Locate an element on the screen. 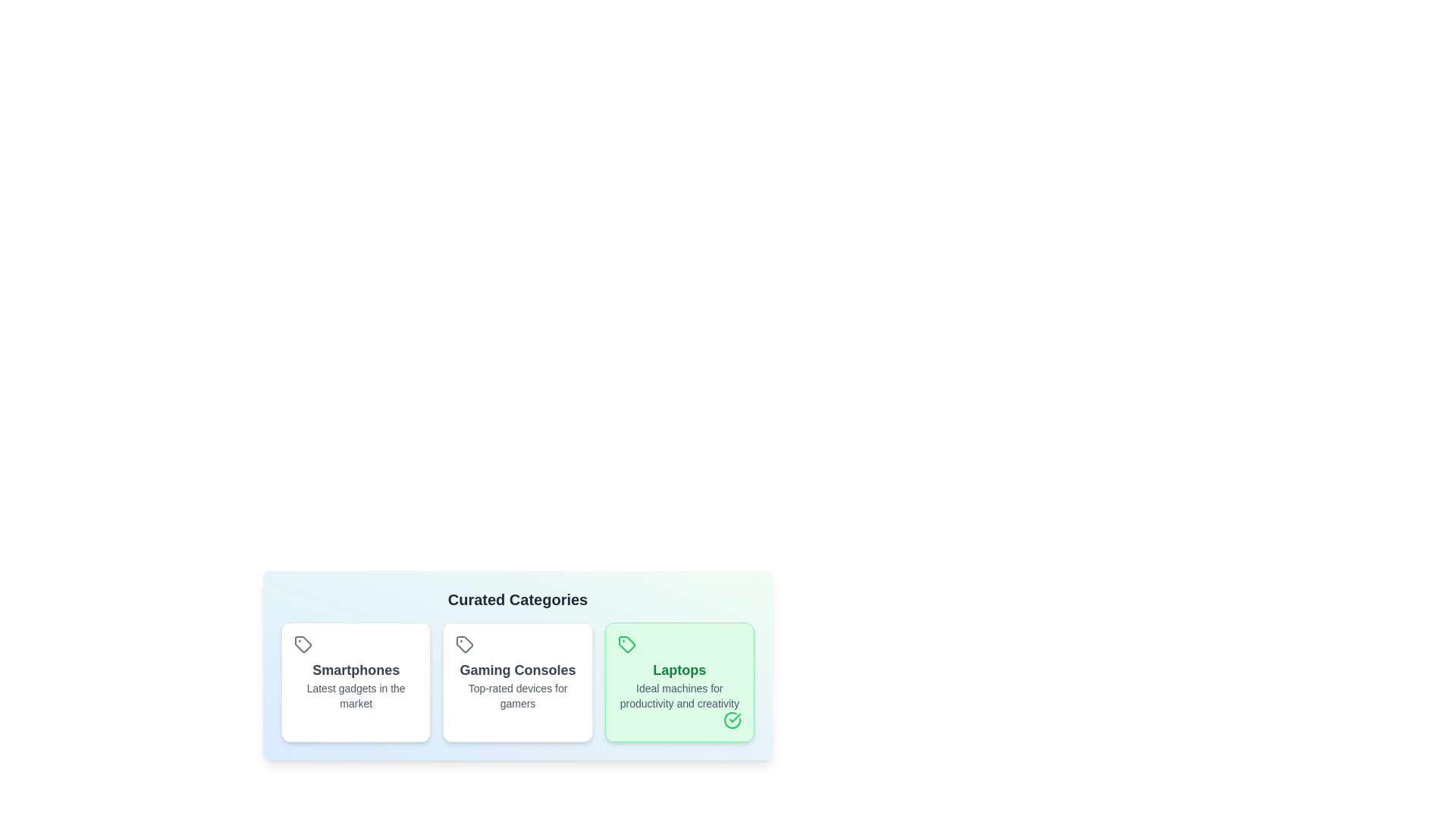 The image size is (1456, 819). the chip labeled Laptops is located at coordinates (679, 681).